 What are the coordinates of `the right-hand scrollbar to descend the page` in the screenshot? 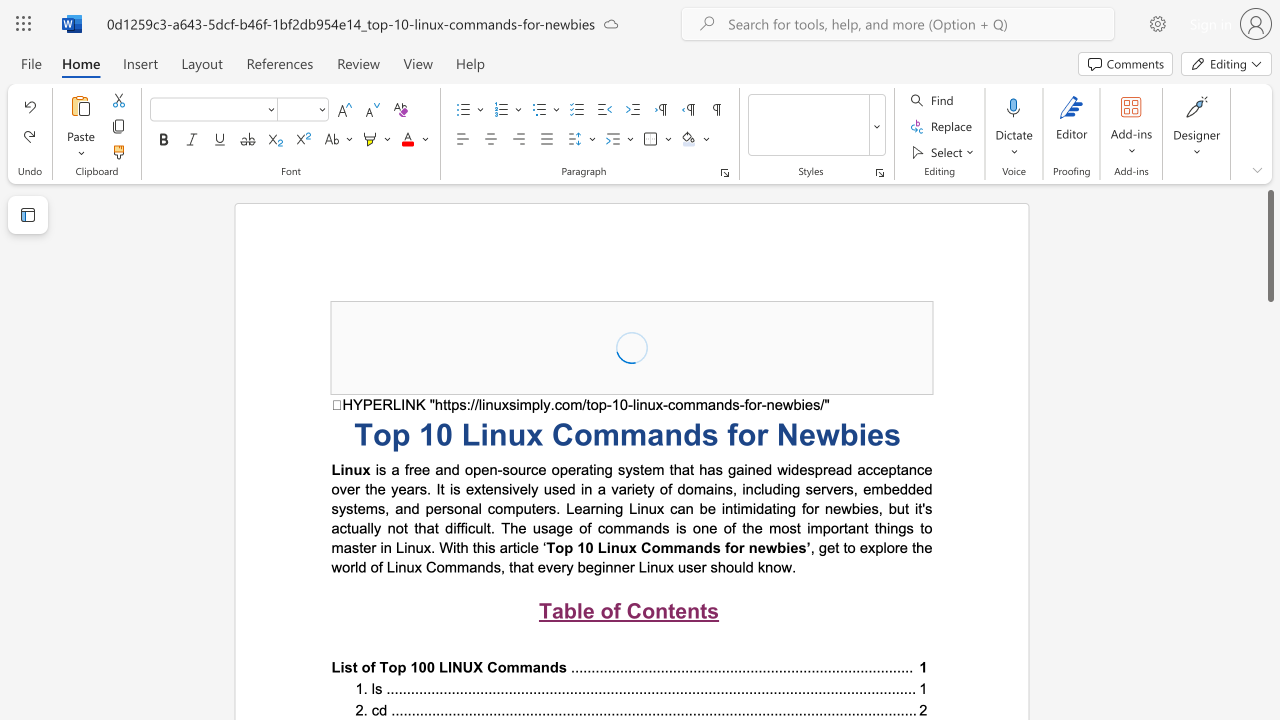 It's located at (1269, 670).